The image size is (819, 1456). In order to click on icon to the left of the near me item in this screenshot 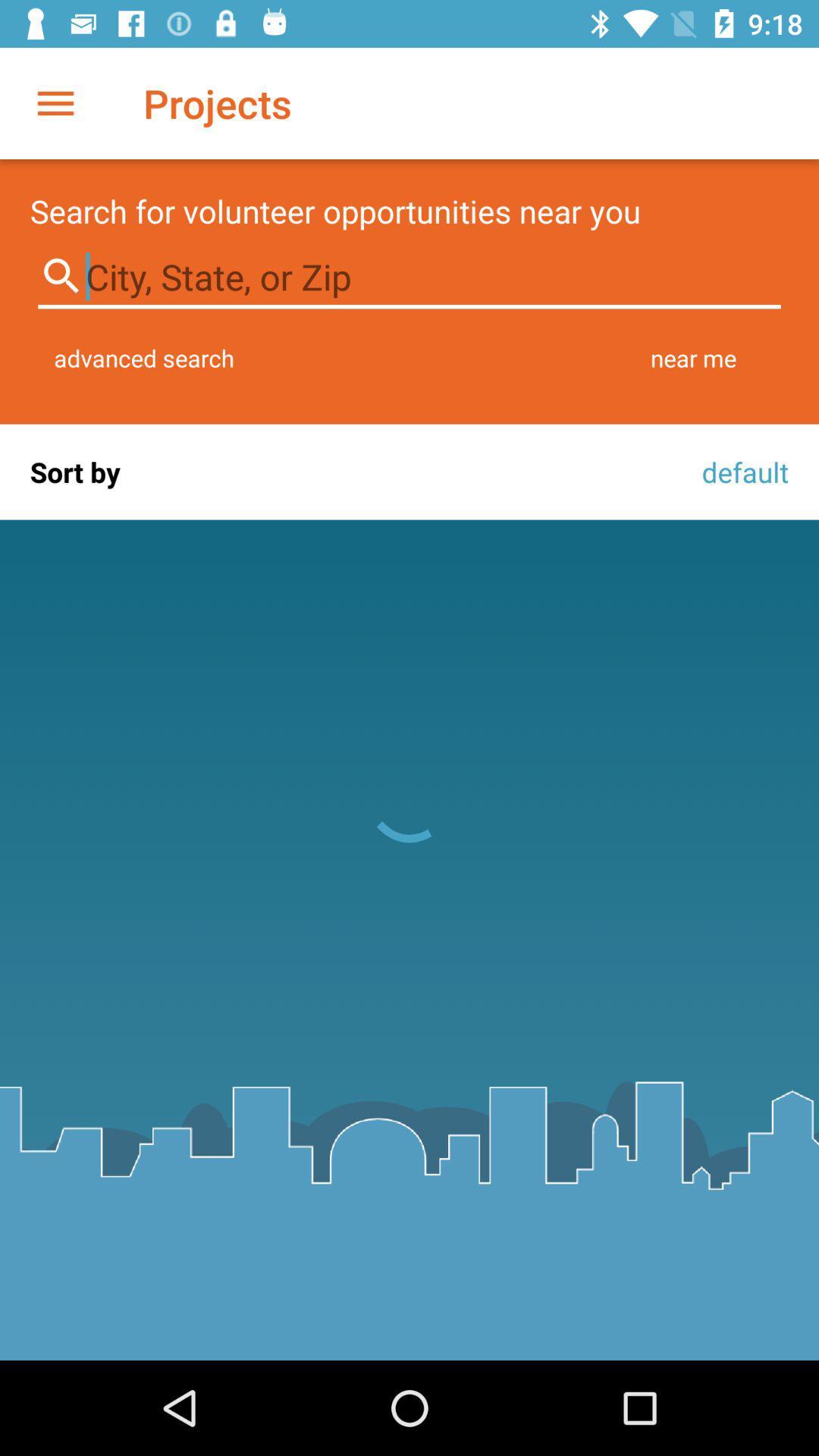, I will do `click(144, 357)`.